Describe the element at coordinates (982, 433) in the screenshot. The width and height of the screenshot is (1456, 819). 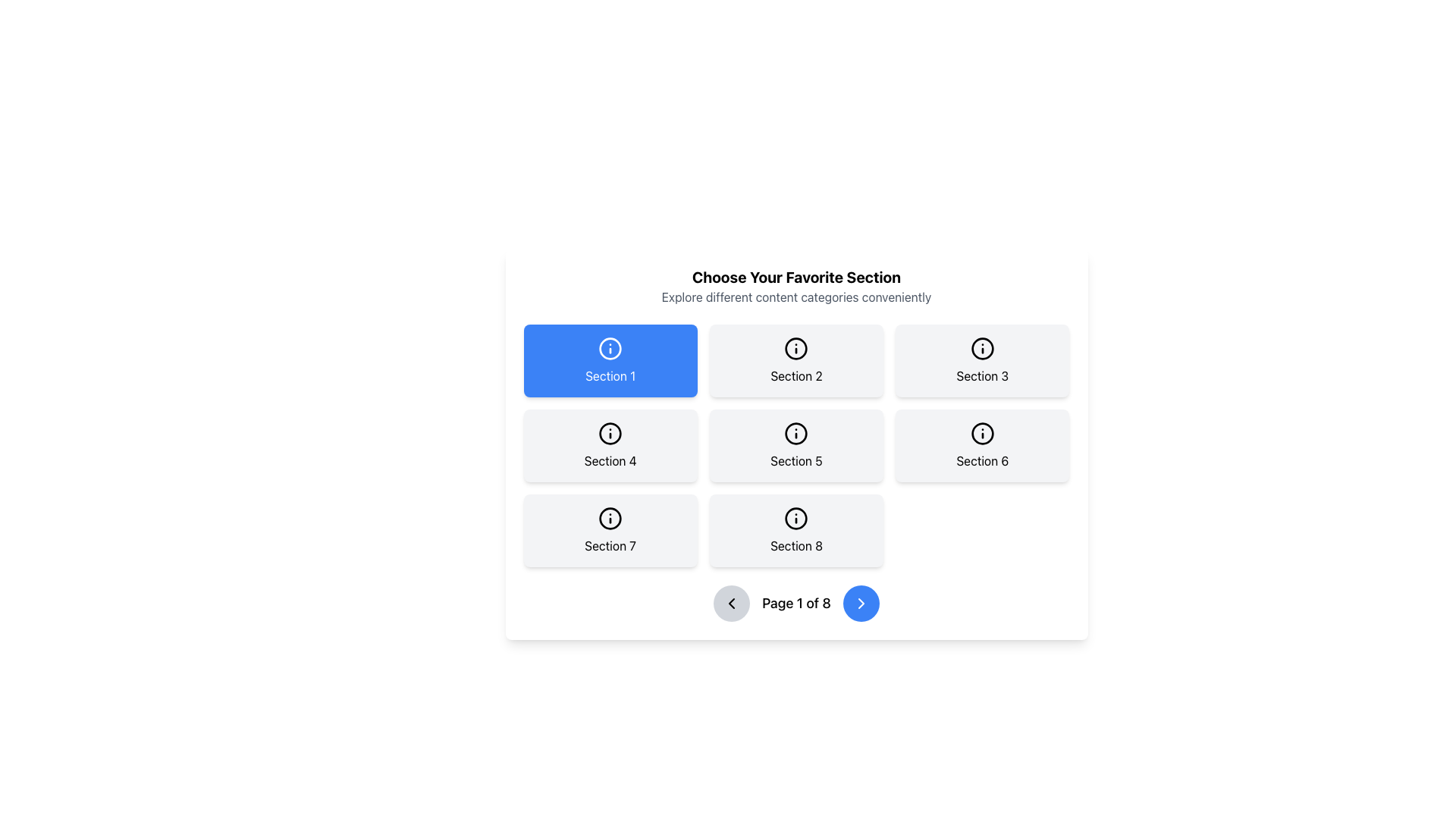
I see `the circular 'i' icon located in the second row, third column of the grid` at that location.